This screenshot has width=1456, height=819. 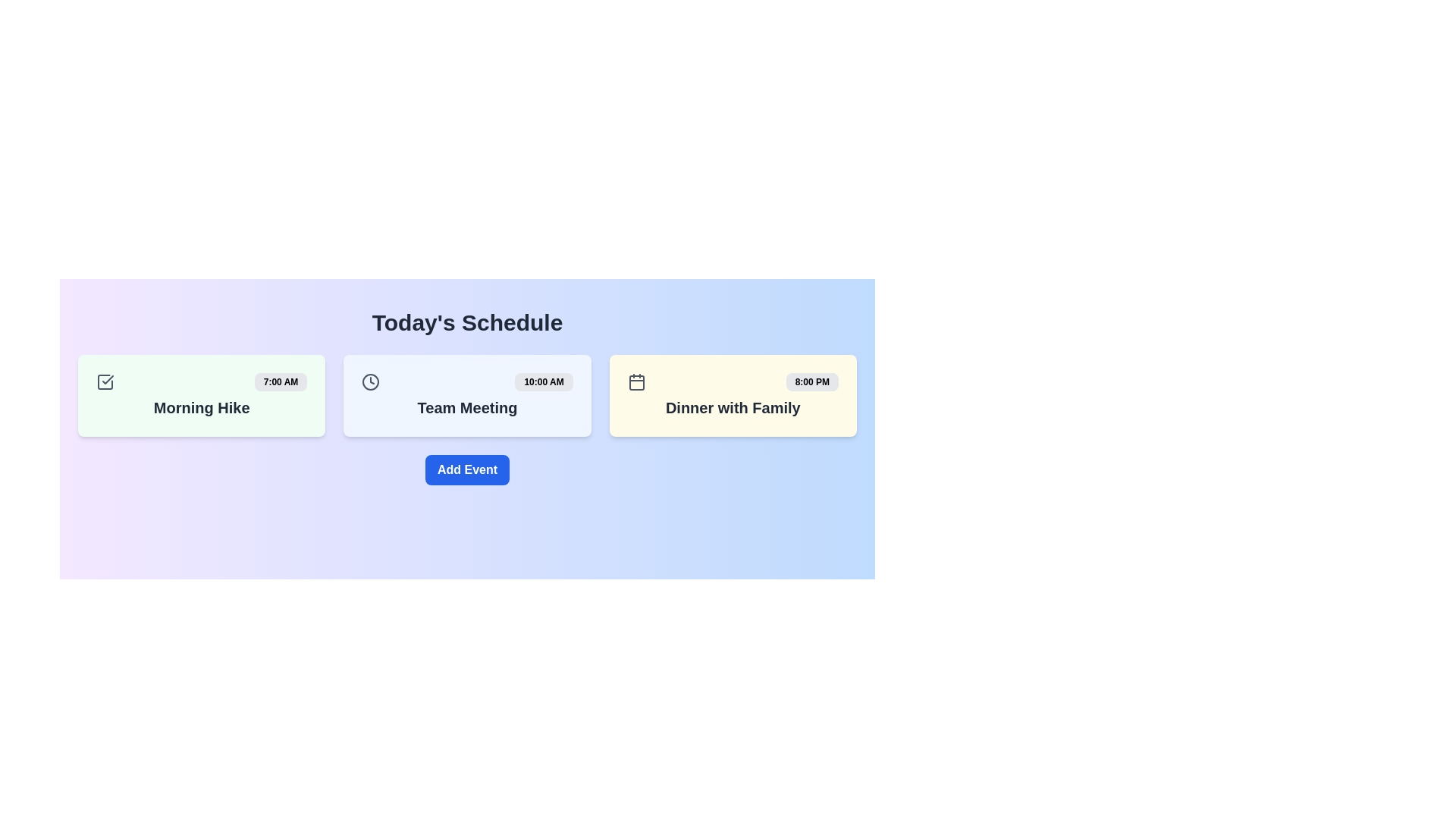 I want to click on the clock icon representing time, so click(x=371, y=381).